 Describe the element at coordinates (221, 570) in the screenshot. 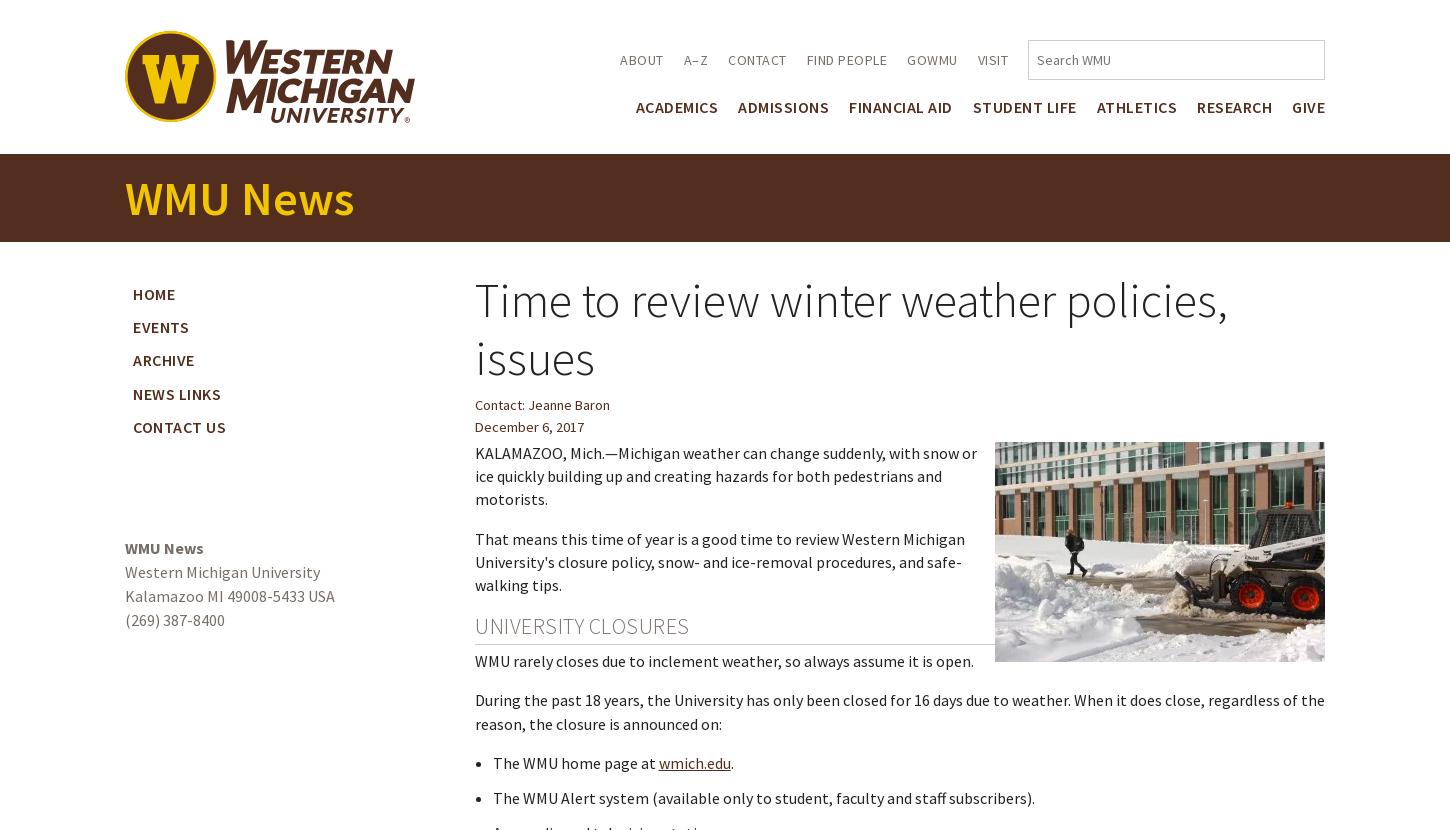

I see `'Western Michigan University'` at that location.